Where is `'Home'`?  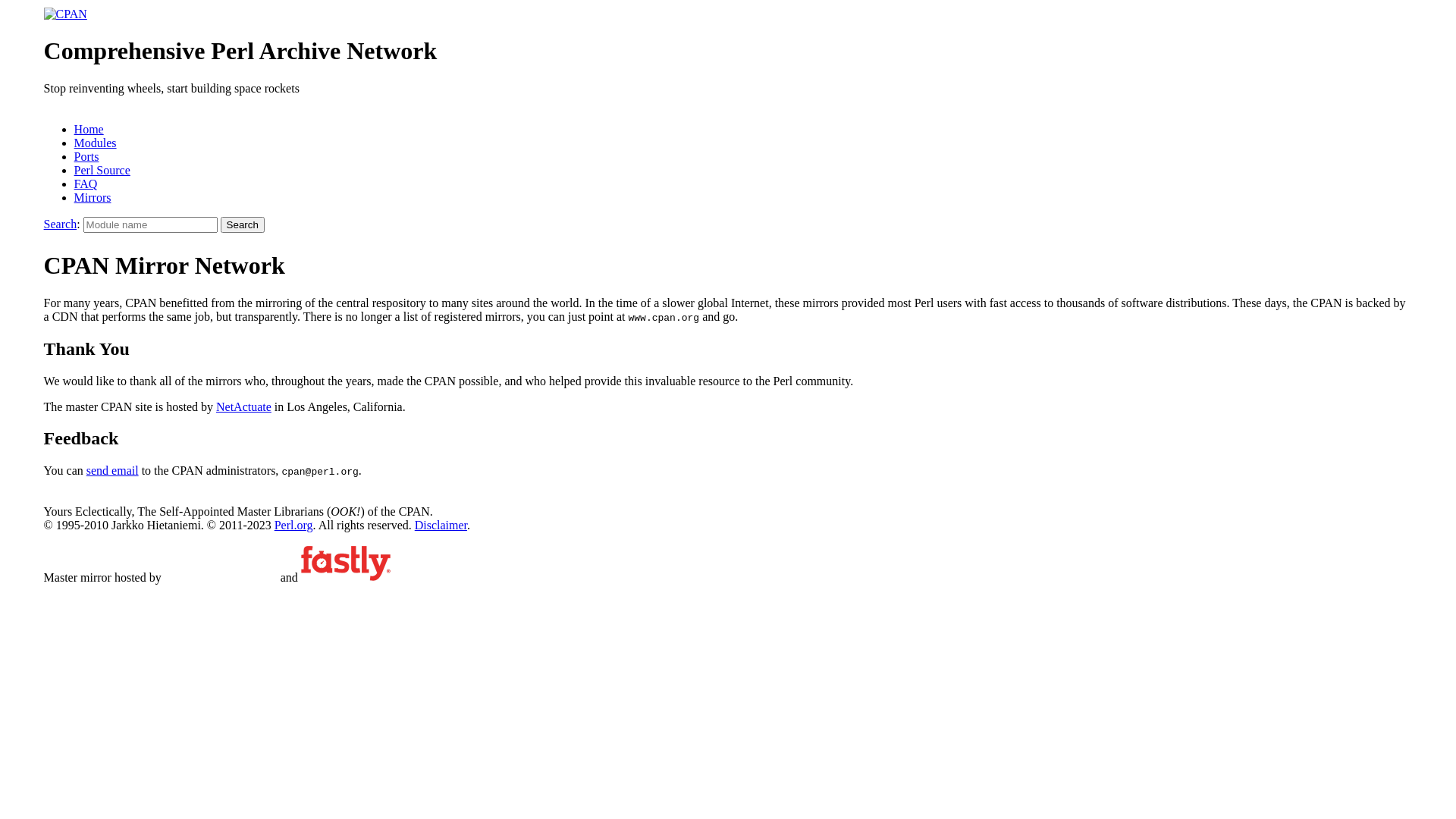
'Home' is located at coordinates (88, 128).